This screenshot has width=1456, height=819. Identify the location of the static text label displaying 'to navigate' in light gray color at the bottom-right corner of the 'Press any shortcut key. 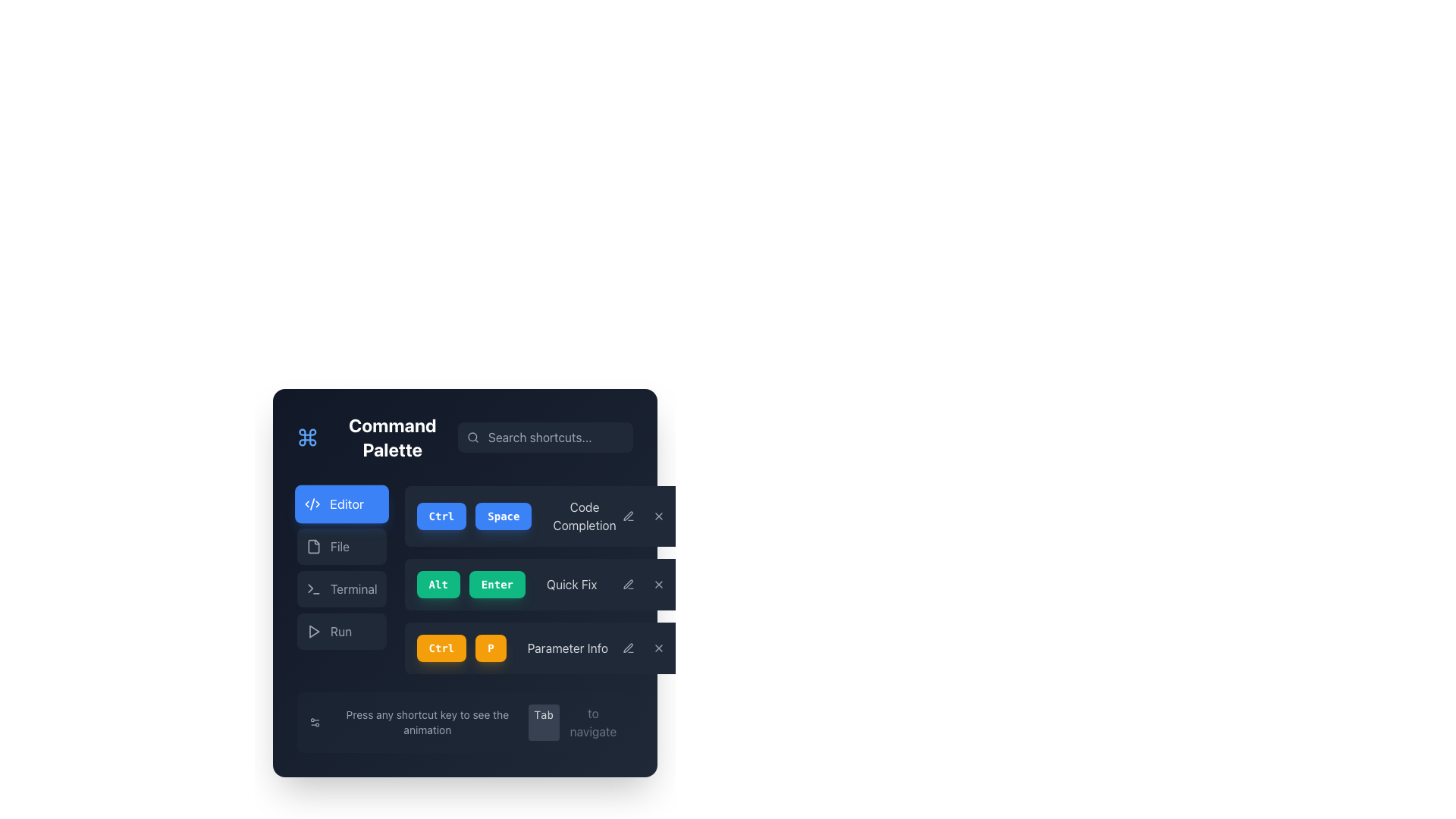
(592, 721).